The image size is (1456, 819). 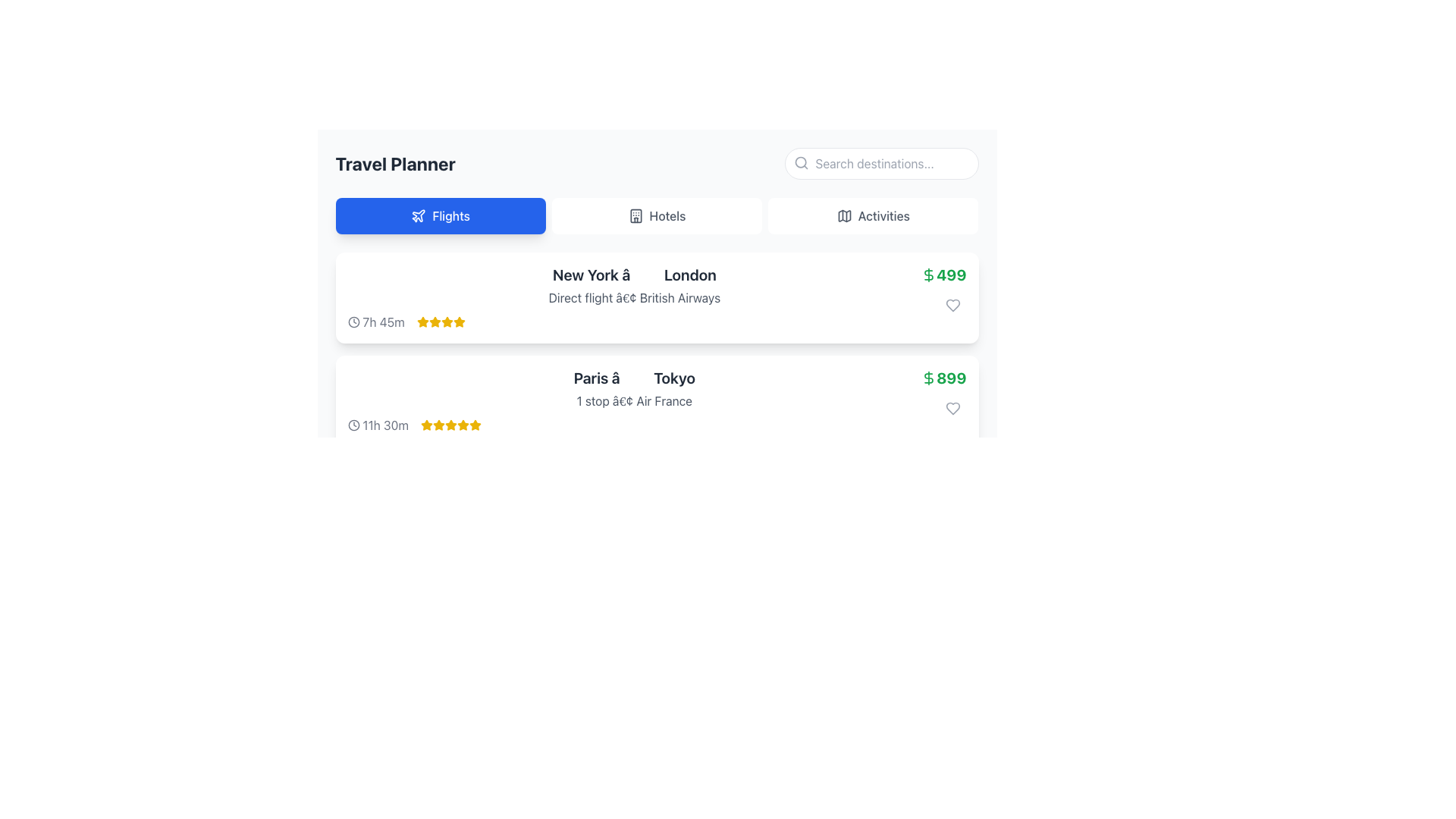 What do you see at coordinates (434, 321) in the screenshot?
I see `the third yellow star icon in the rating row located below '7h 45m' and adjacent to 'New York → London'` at bounding box center [434, 321].